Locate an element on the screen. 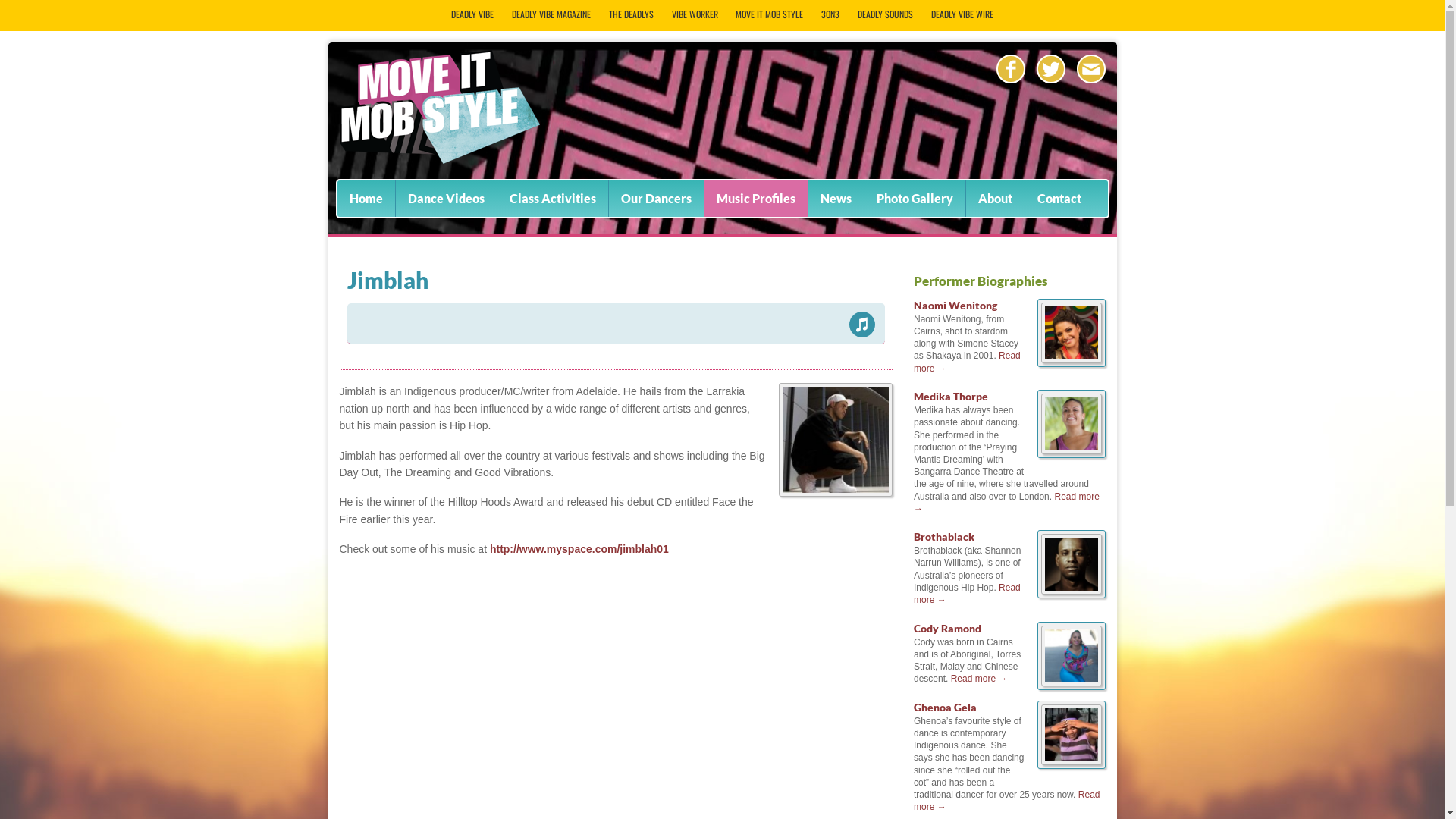  'Dance Videos' is located at coordinates (445, 198).